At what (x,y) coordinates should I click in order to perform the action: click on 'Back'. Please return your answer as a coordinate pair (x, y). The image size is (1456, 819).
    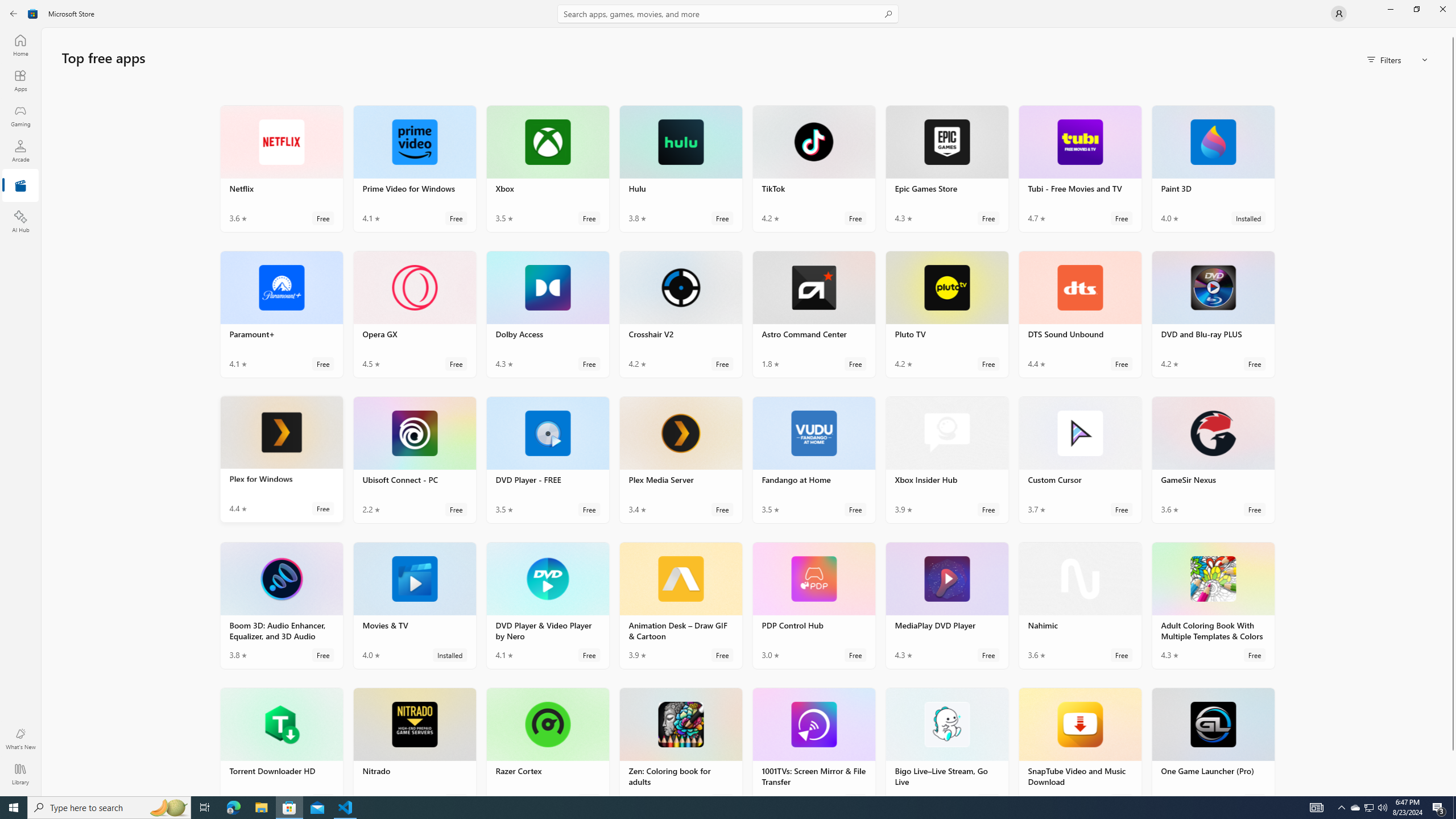
    Looking at the image, I should click on (14, 13).